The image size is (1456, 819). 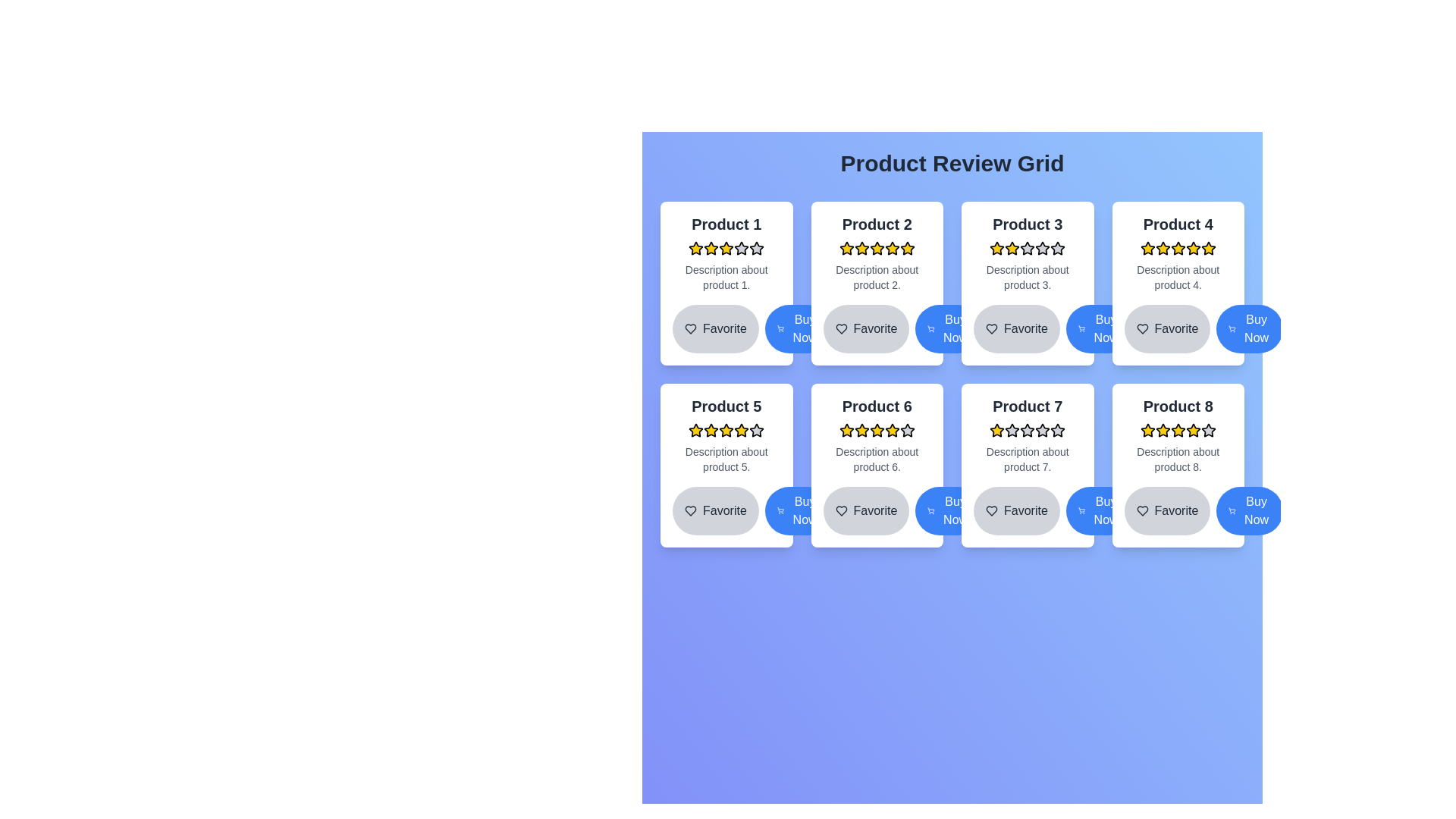 I want to click on the fifth rating star icon for 'Product 8', which is located beneath the product name and above the 'Favorite' and 'Buy Now' buttons, so click(x=1207, y=430).